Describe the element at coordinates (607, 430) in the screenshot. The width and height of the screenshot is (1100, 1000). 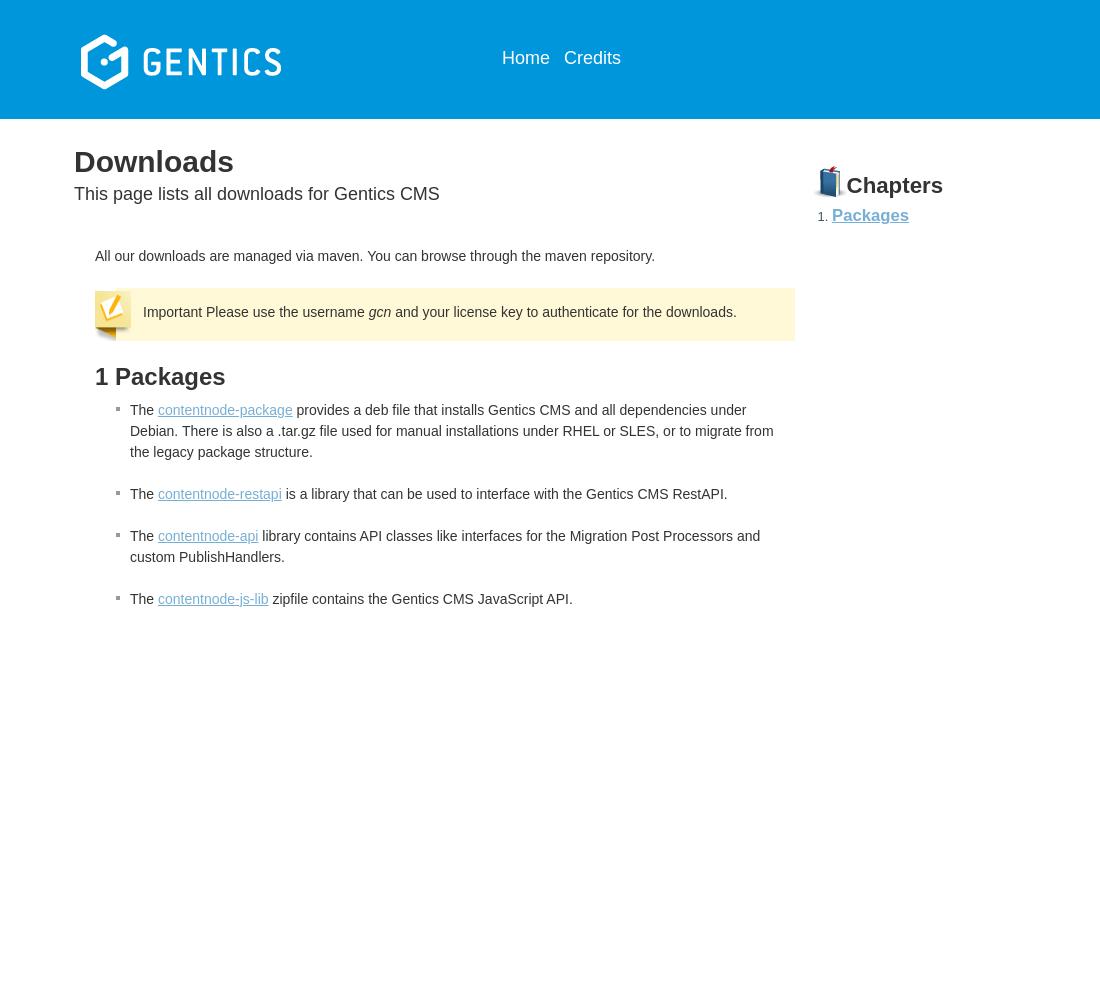
I see `'or'` at that location.